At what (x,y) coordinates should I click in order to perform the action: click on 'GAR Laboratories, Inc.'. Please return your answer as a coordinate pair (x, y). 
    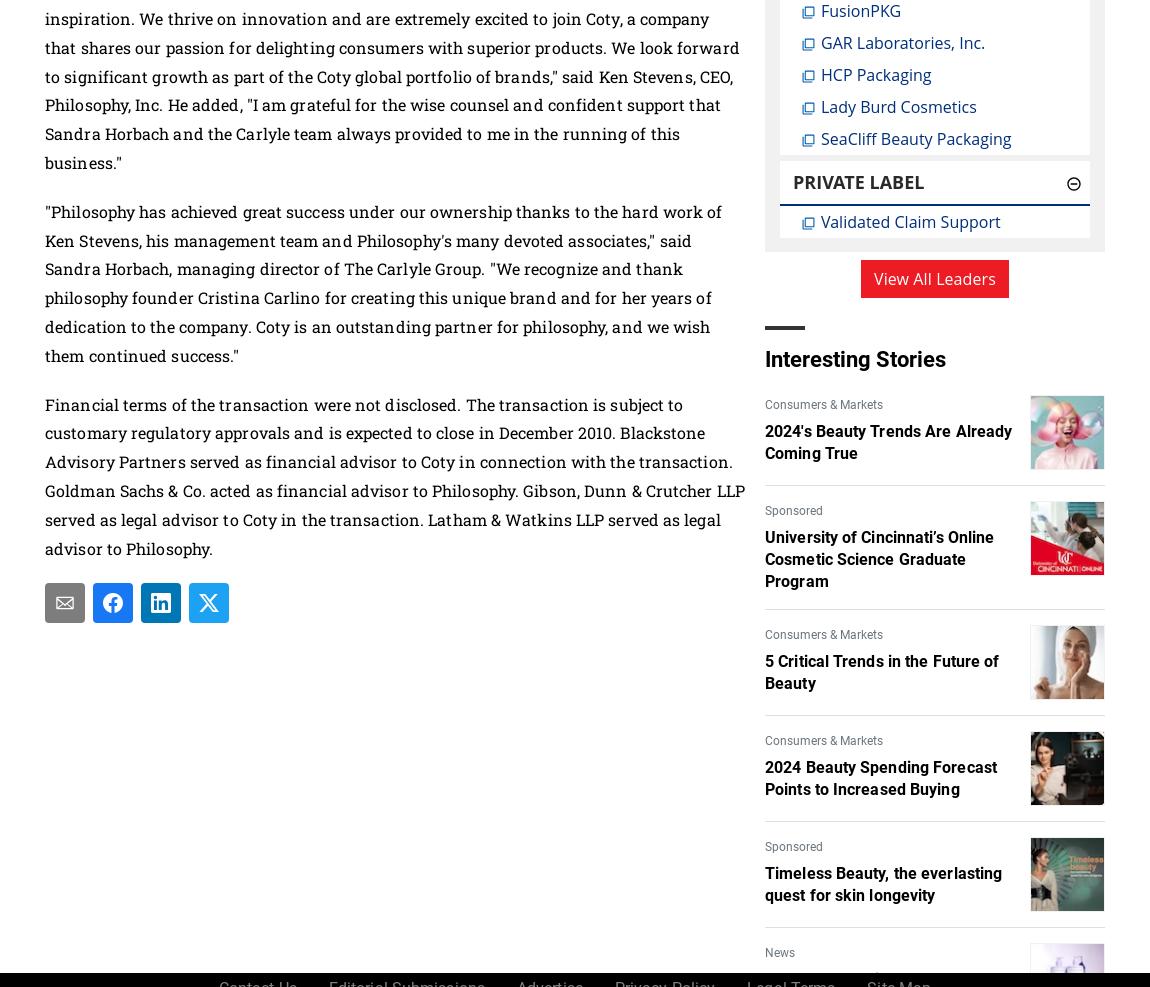
    Looking at the image, I should click on (902, 42).